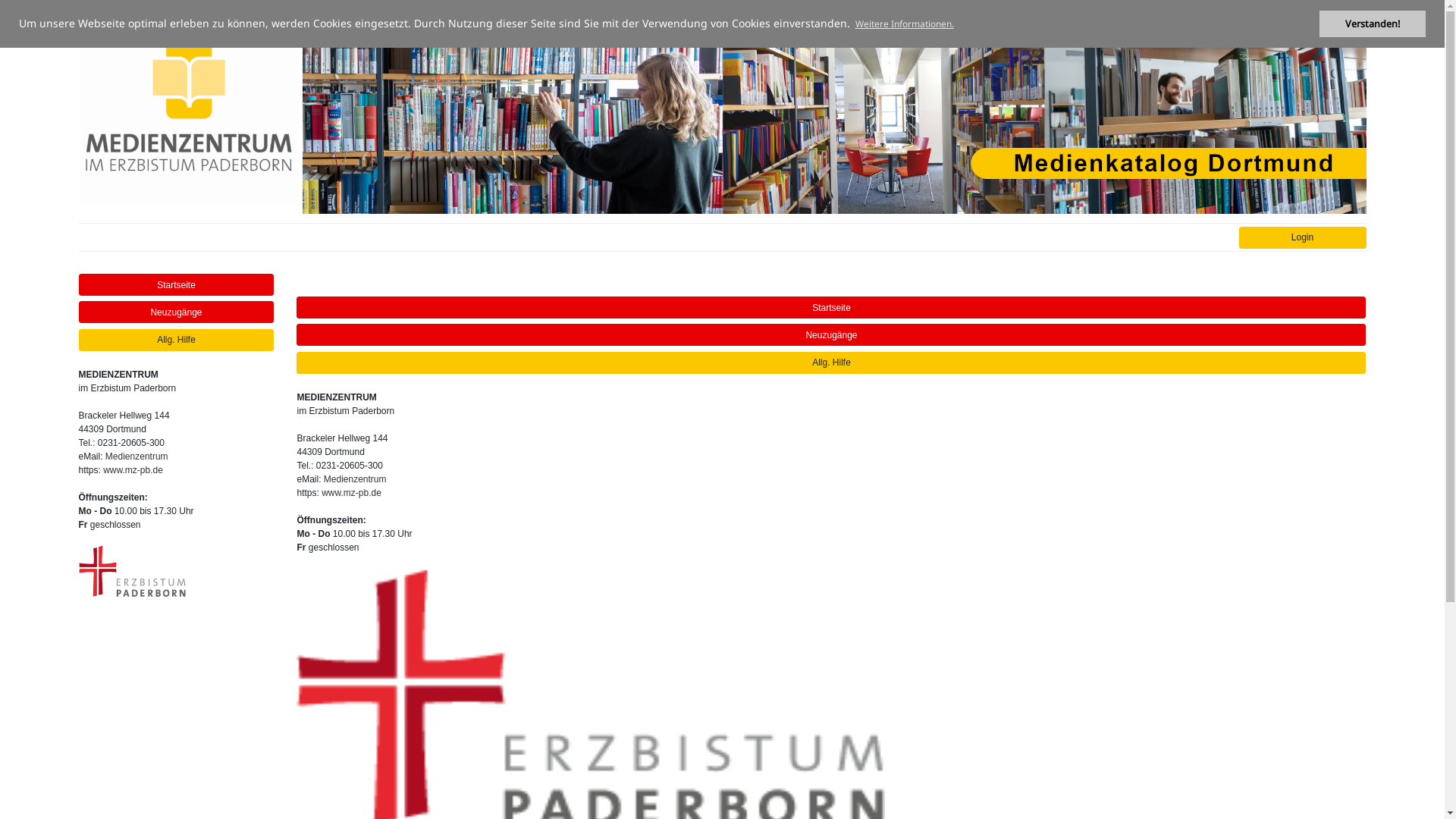 The height and width of the screenshot is (819, 1456). Describe the element at coordinates (1238, 237) in the screenshot. I see `'Login'` at that location.